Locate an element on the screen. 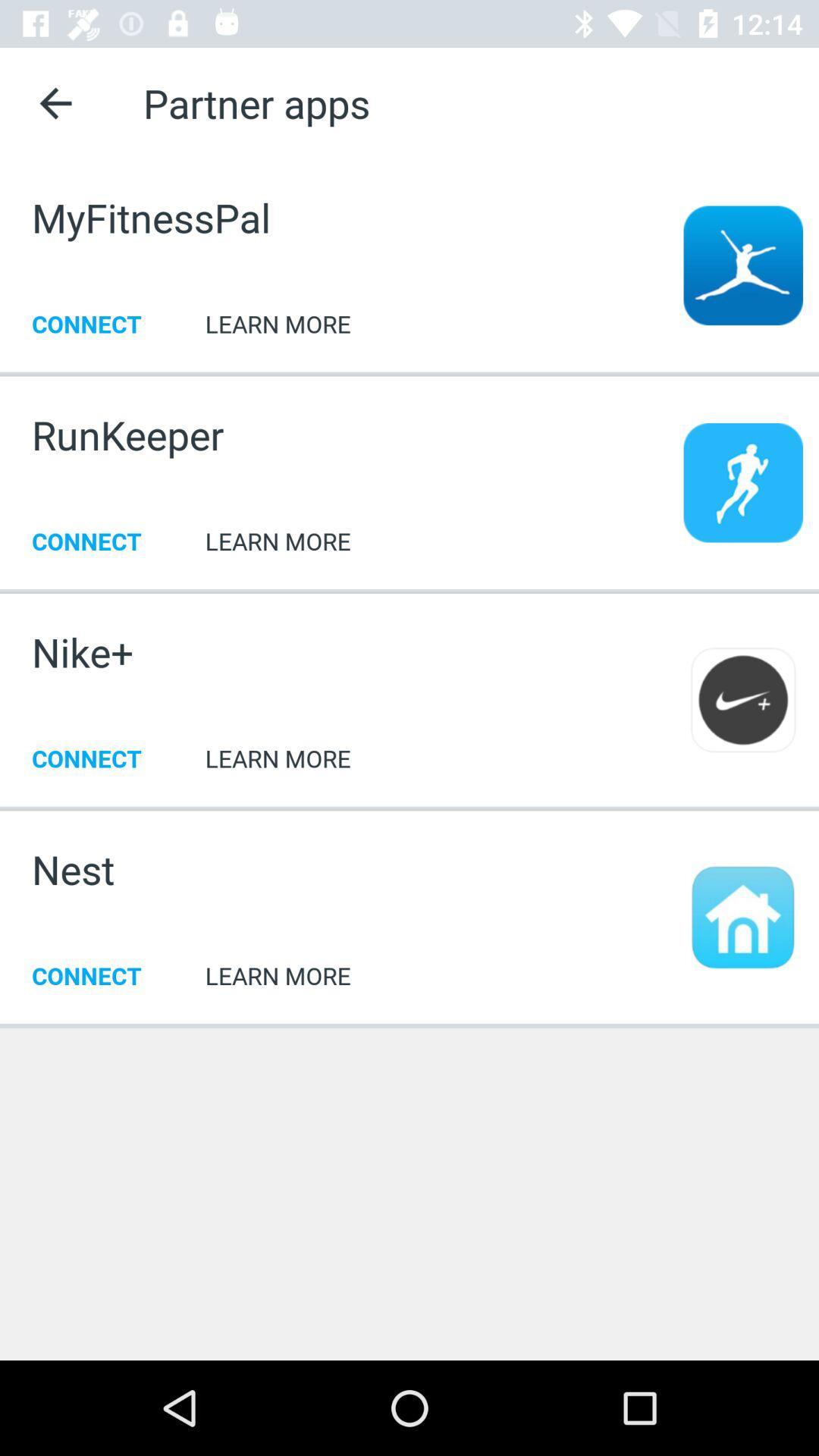 This screenshot has height=1456, width=819. the item below connect item is located at coordinates (409, 1025).